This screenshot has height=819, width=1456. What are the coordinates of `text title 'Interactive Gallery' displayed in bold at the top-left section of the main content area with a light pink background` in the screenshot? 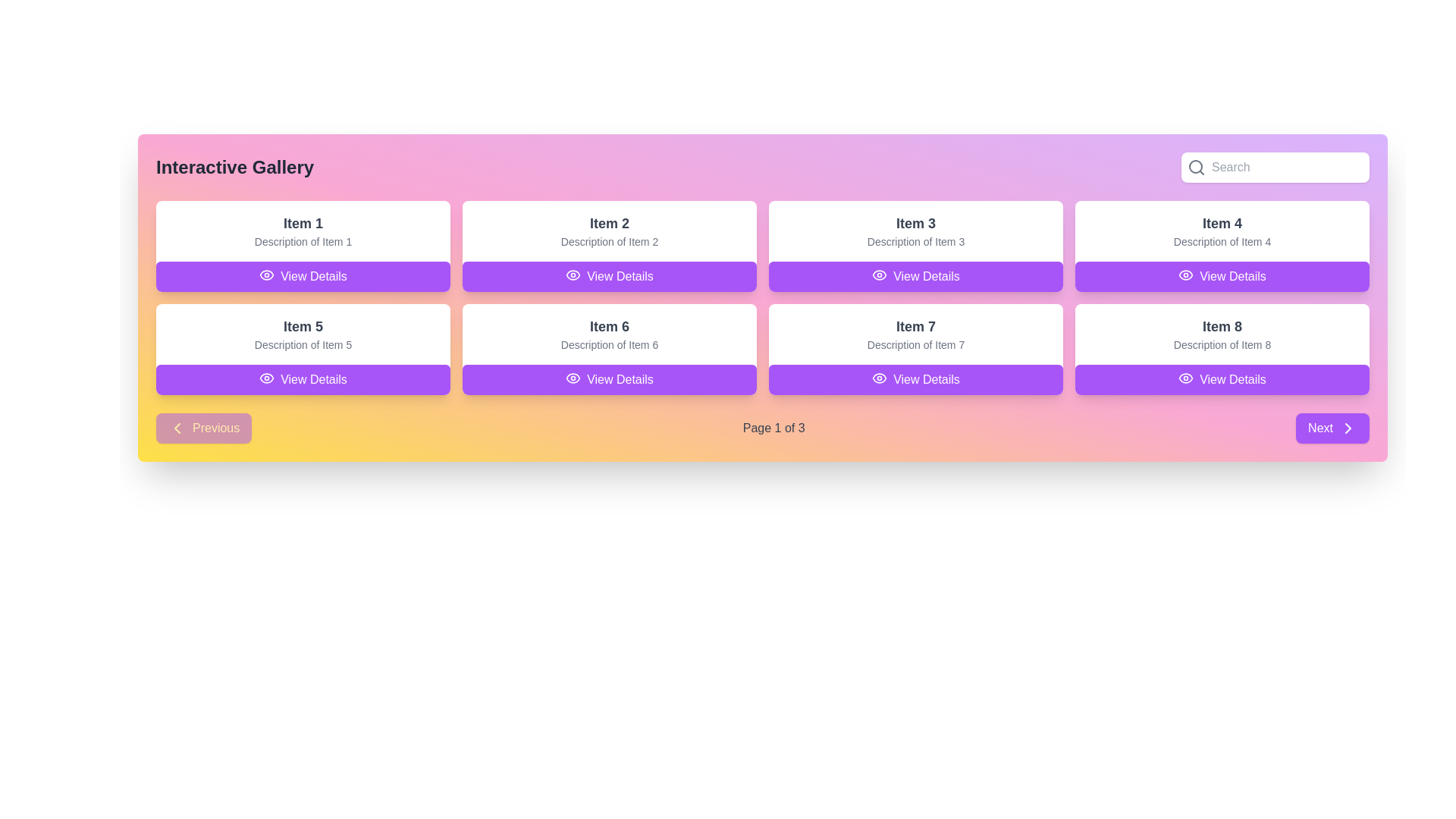 It's located at (234, 167).